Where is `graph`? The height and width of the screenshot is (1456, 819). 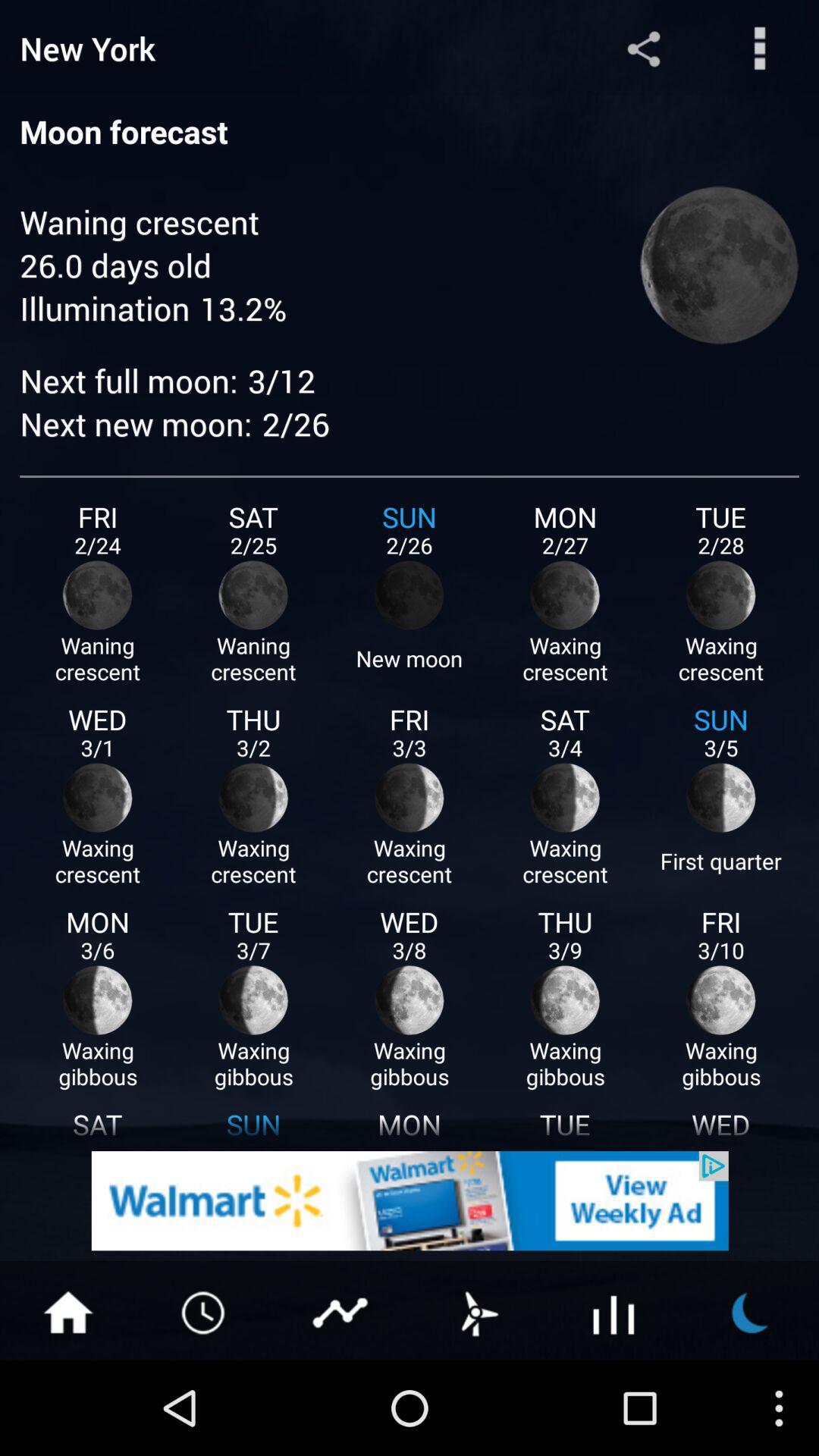
graph is located at coordinates (341, 1310).